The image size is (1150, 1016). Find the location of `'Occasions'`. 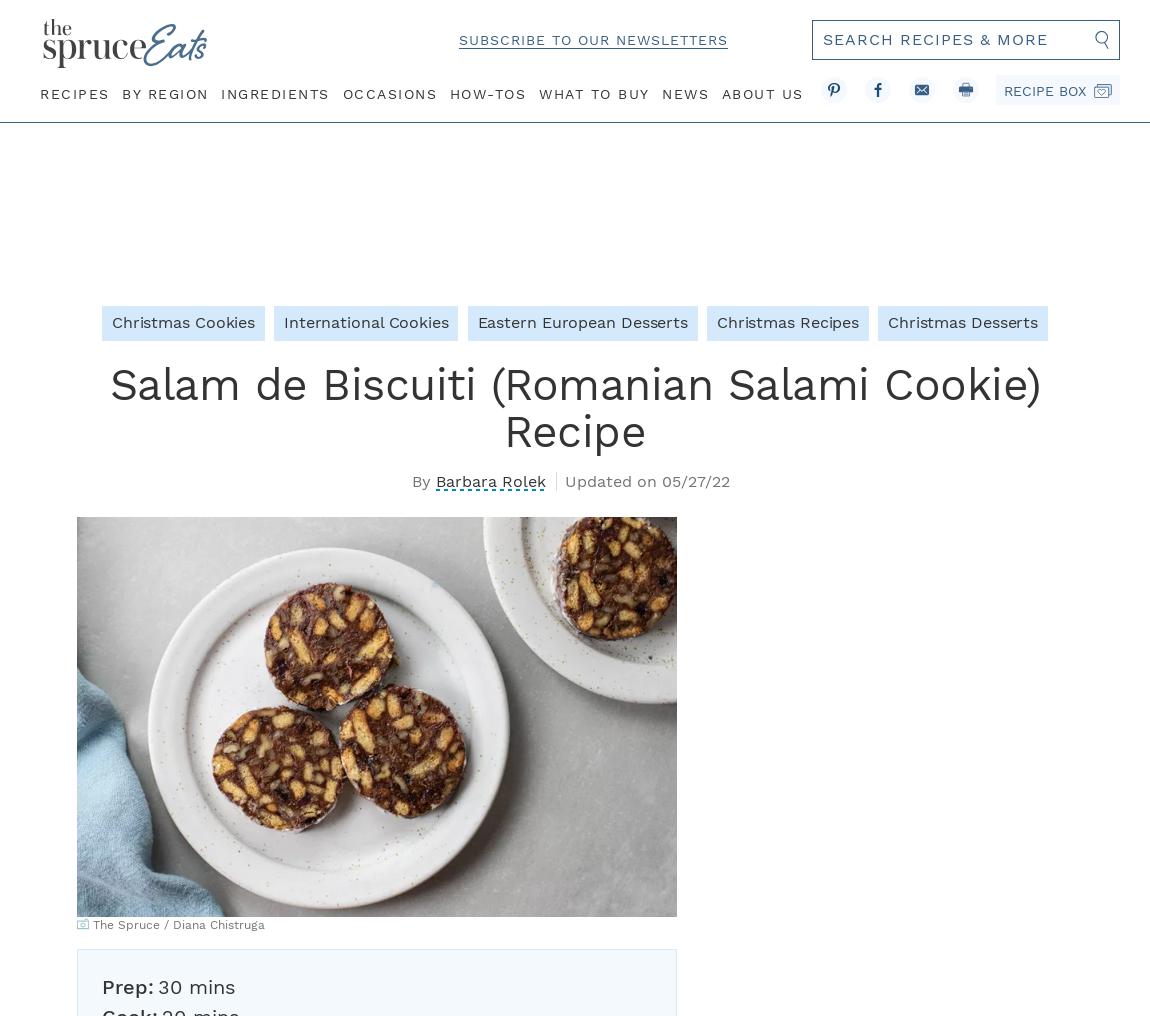

'Occasions' is located at coordinates (389, 92).